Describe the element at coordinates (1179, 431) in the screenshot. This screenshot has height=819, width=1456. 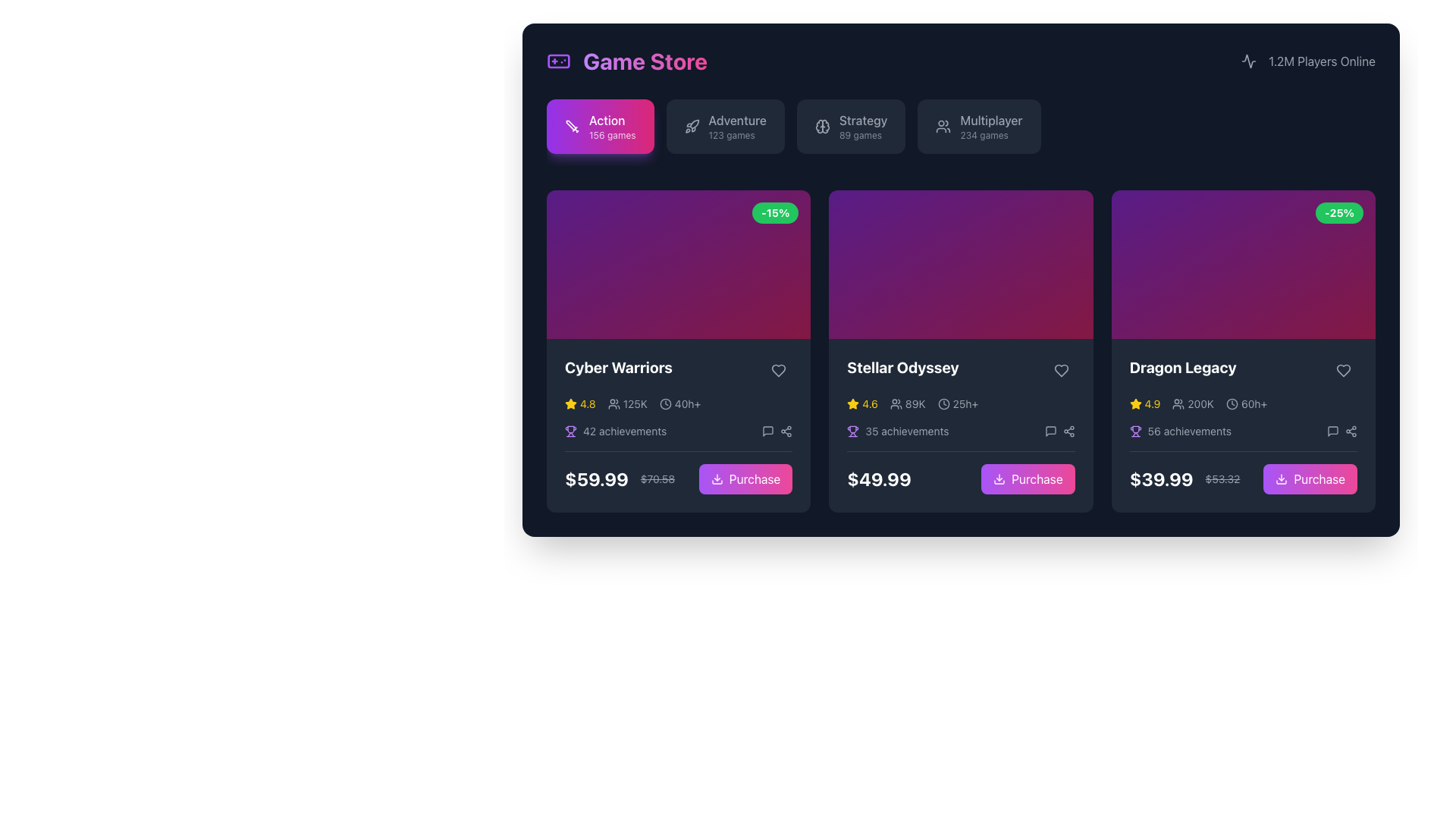
I see `the text label that displays '56 achievements' with a trophy icon, located in the third card titled 'Dragon Legacy', positioned above the pricing and purchase section` at that location.